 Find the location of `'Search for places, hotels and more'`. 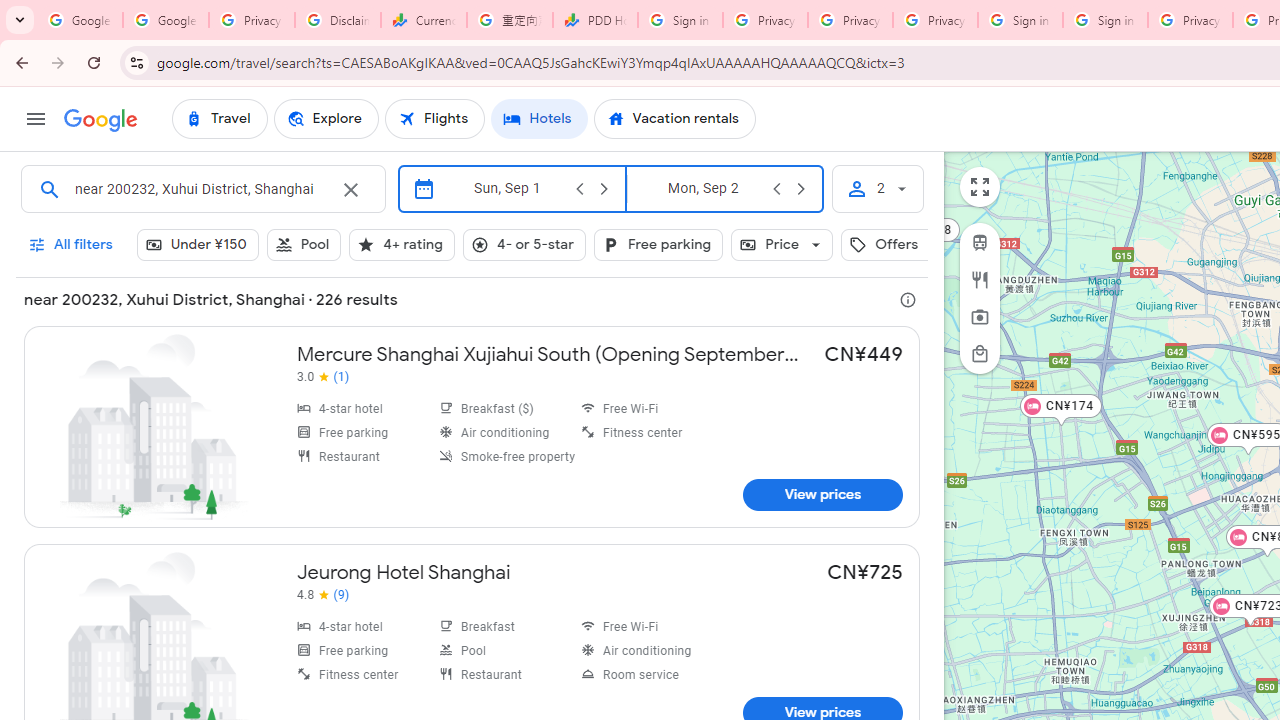

'Search for places, hotels and more' is located at coordinates (200, 189).